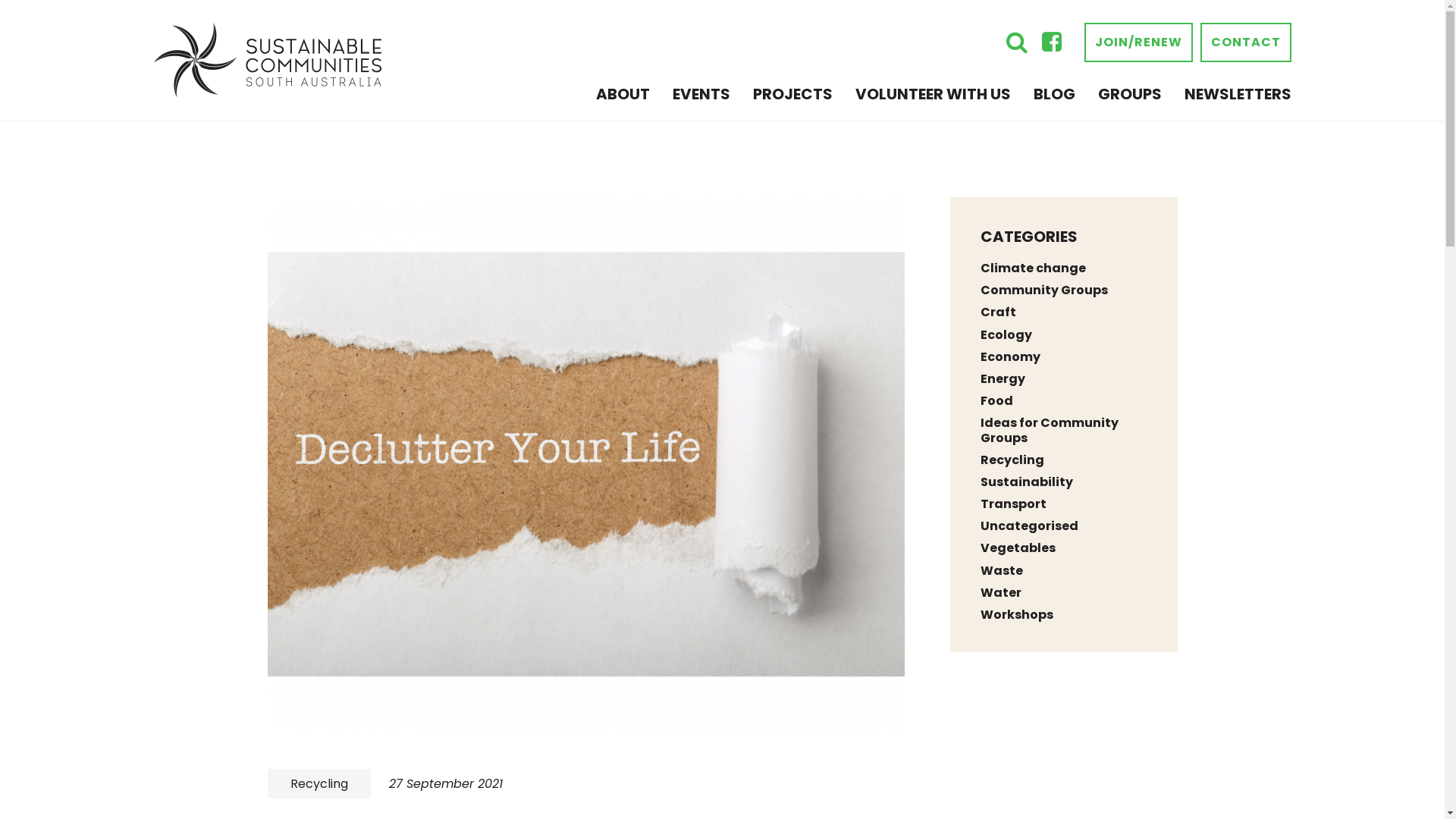 Image resolution: width=1456 pixels, height=819 pixels. What do you see at coordinates (1244, 42) in the screenshot?
I see `'CONTACT'` at bounding box center [1244, 42].